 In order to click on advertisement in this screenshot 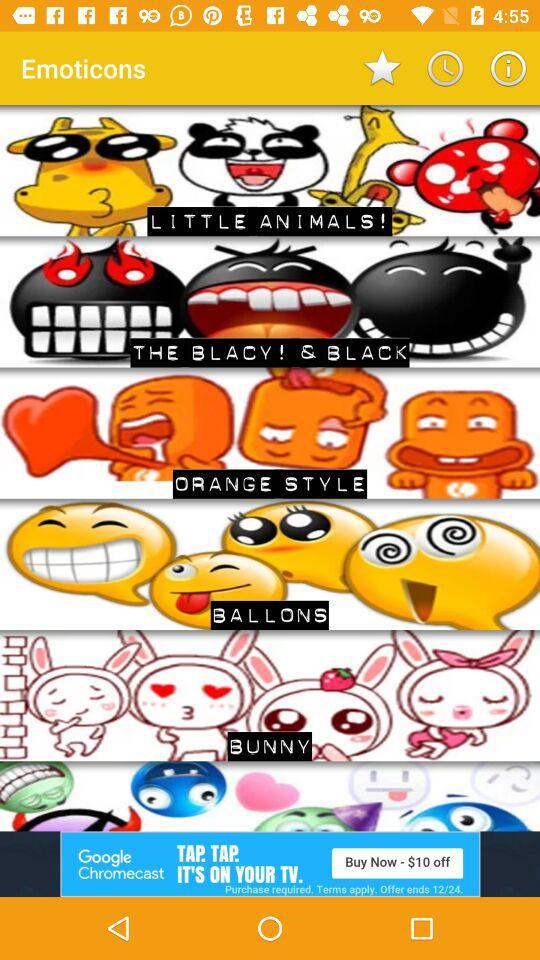, I will do `click(270, 863)`.